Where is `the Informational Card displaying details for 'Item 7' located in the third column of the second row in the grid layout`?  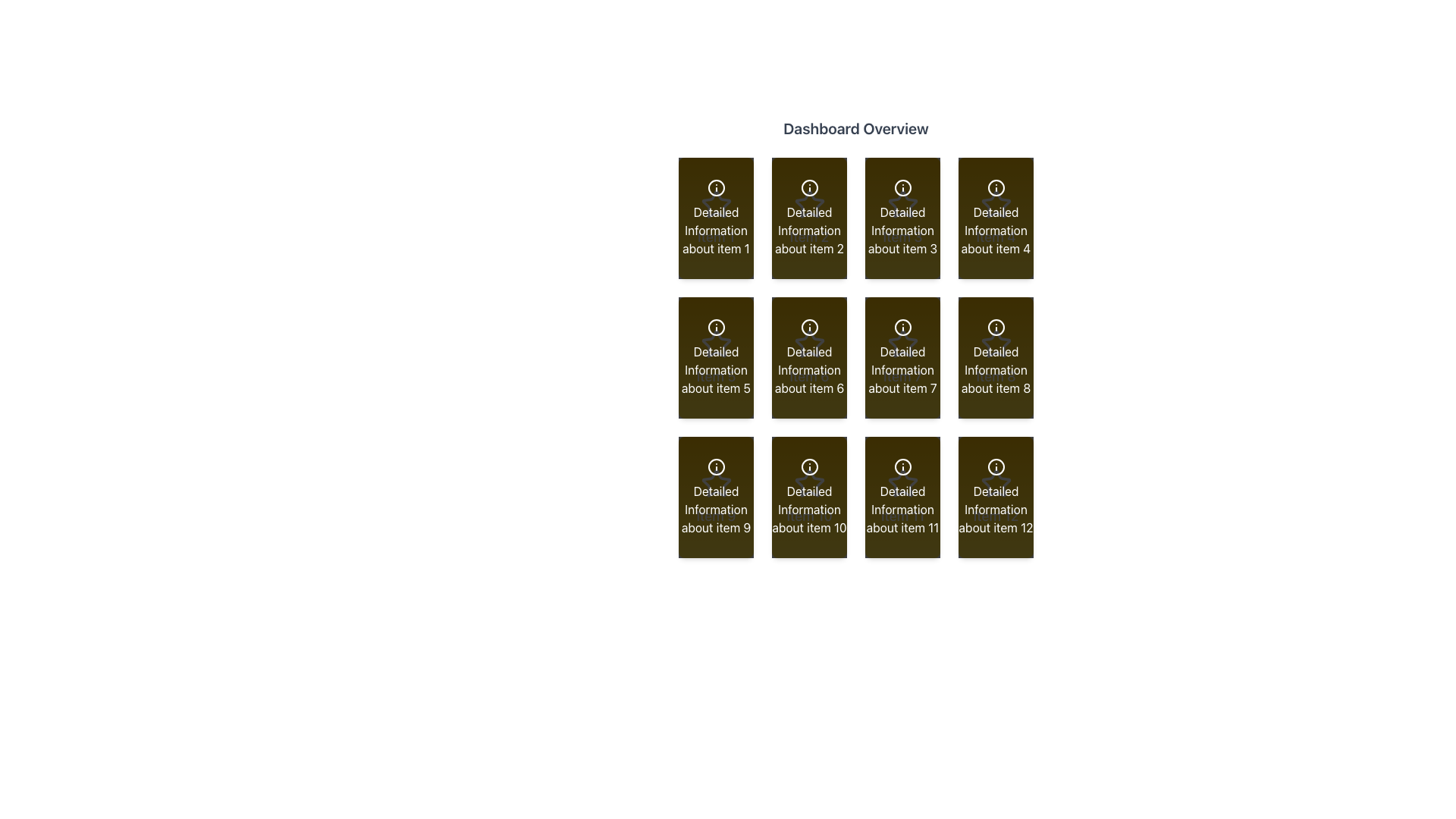 the Informational Card displaying details for 'Item 7' located in the third column of the second row in the grid layout is located at coordinates (902, 357).